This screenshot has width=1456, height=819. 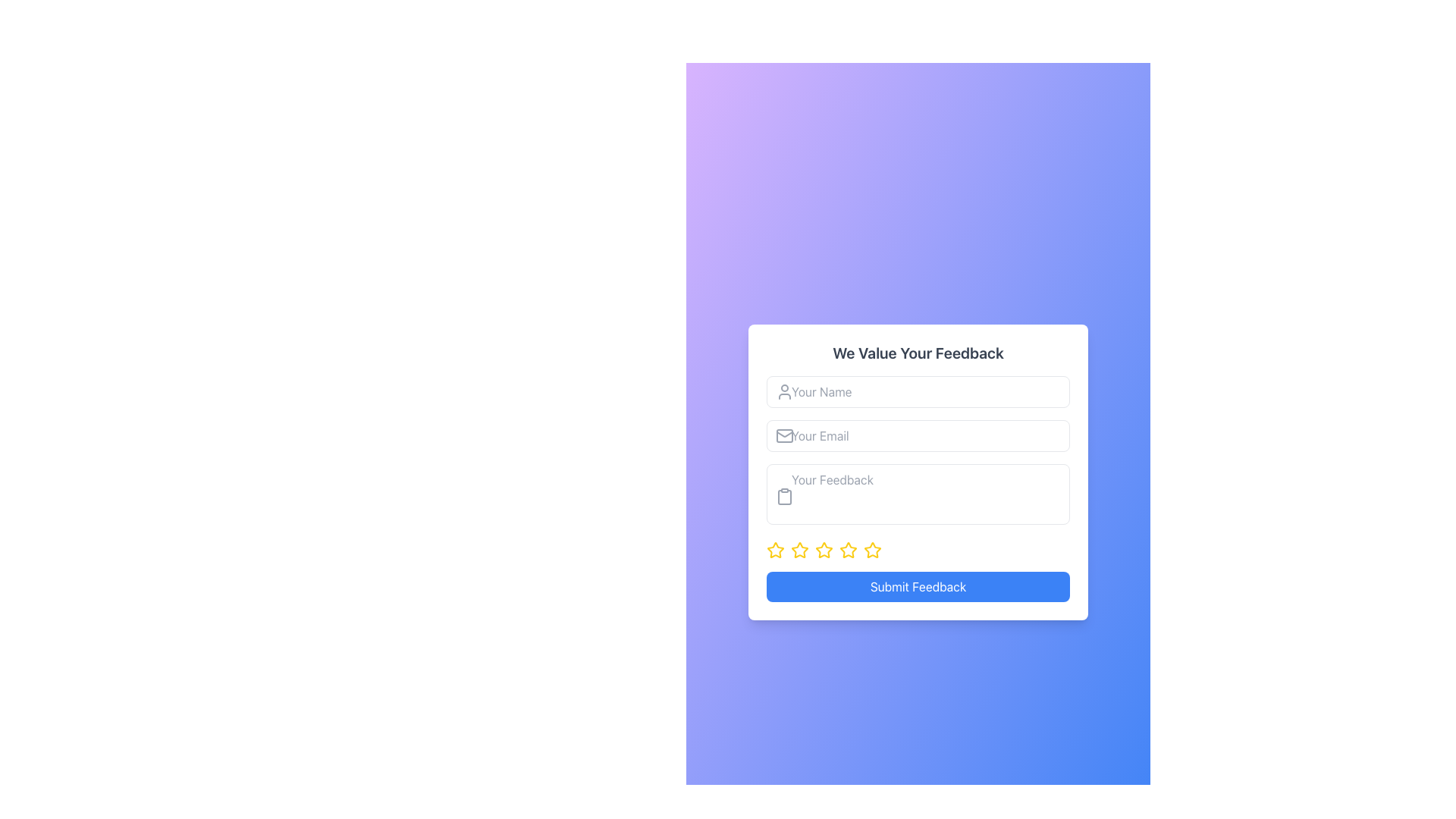 What do you see at coordinates (872, 550) in the screenshot?
I see `the fifth star-shaped rating icon with a bright yellow outline` at bounding box center [872, 550].